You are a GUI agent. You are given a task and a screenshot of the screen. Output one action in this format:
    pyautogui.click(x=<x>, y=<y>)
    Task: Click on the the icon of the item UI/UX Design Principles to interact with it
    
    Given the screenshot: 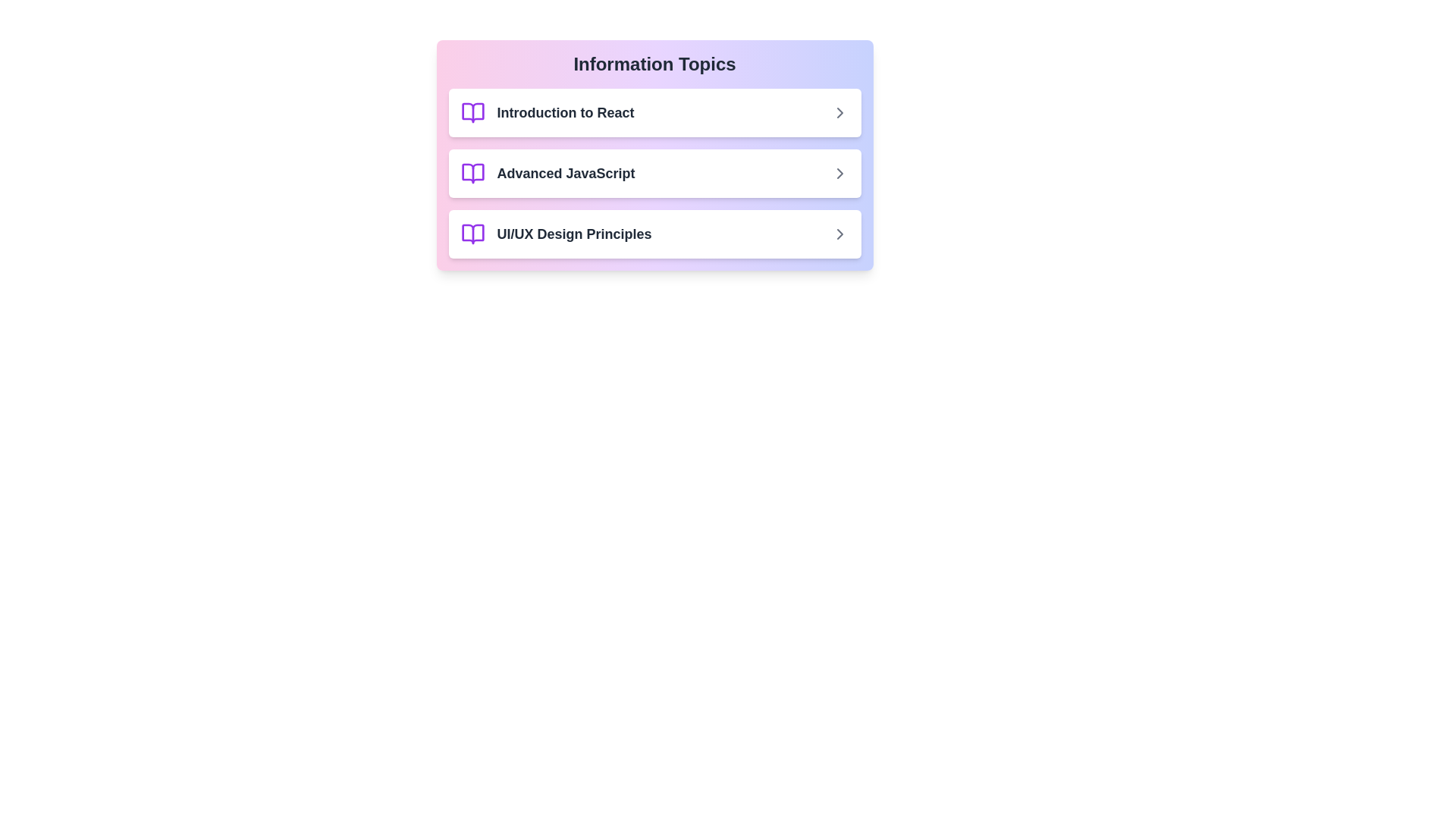 What is the action you would take?
    pyautogui.click(x=472, y=234)
    